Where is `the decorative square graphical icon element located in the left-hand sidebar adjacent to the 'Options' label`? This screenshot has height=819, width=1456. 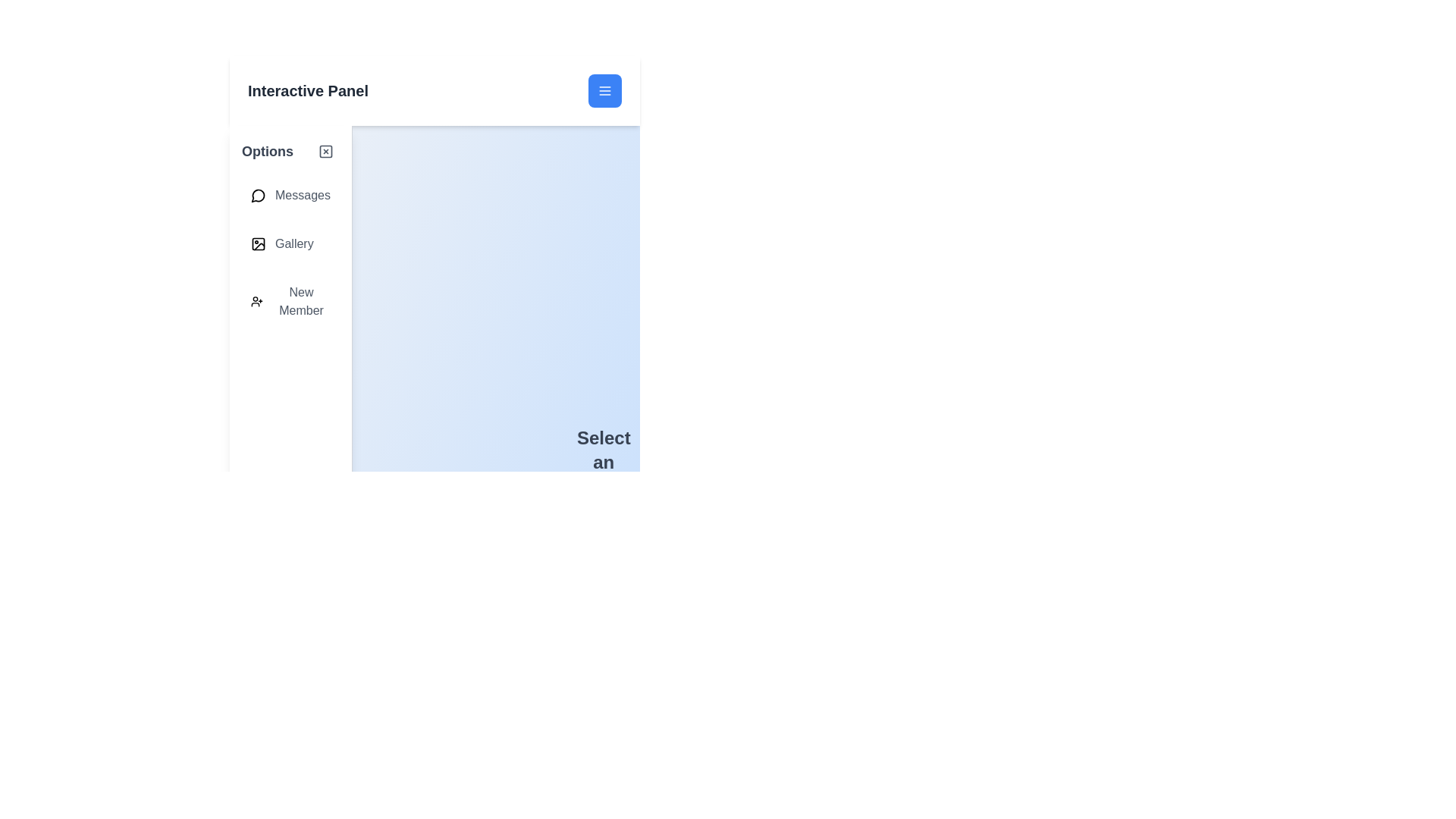 the decorative square graphical icon element located in the left-hand sidebar adjacent to the 'Options' label is located at coordinates (325, 152).